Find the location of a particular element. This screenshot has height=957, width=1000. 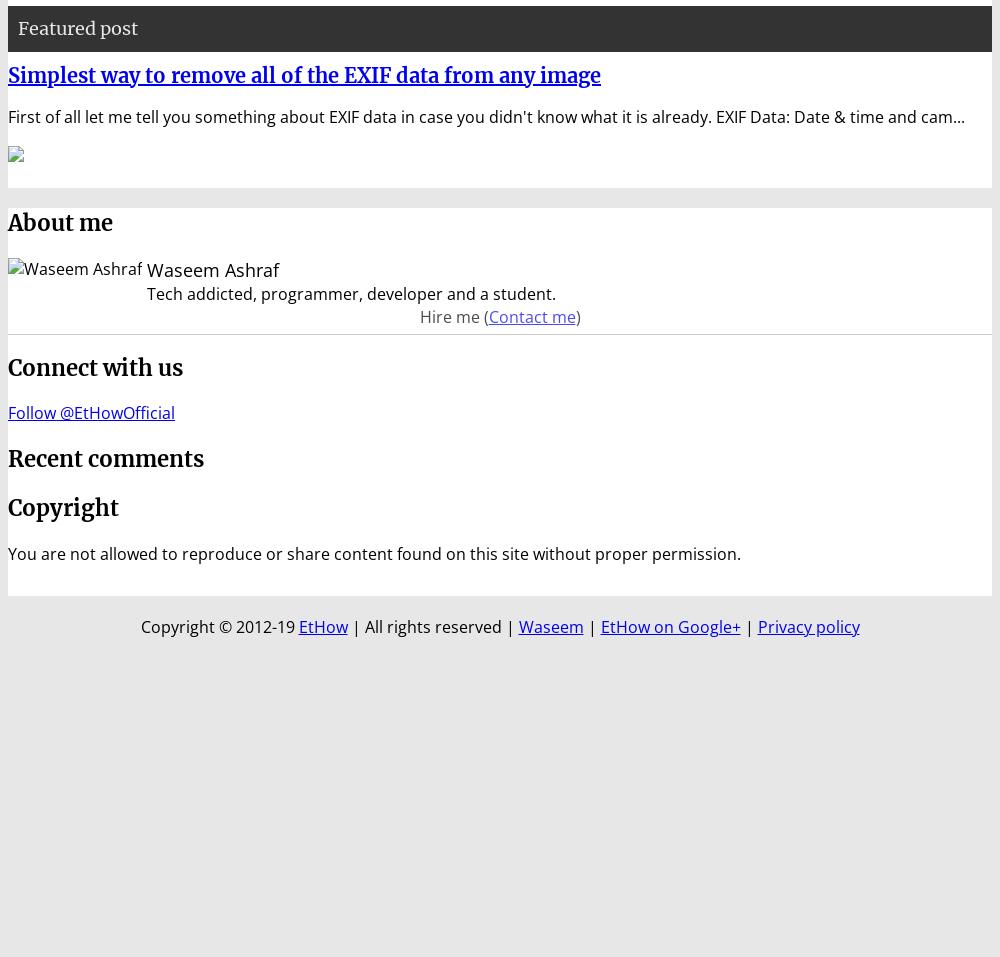

'Connect with us' is located at coordinates (94, 367).